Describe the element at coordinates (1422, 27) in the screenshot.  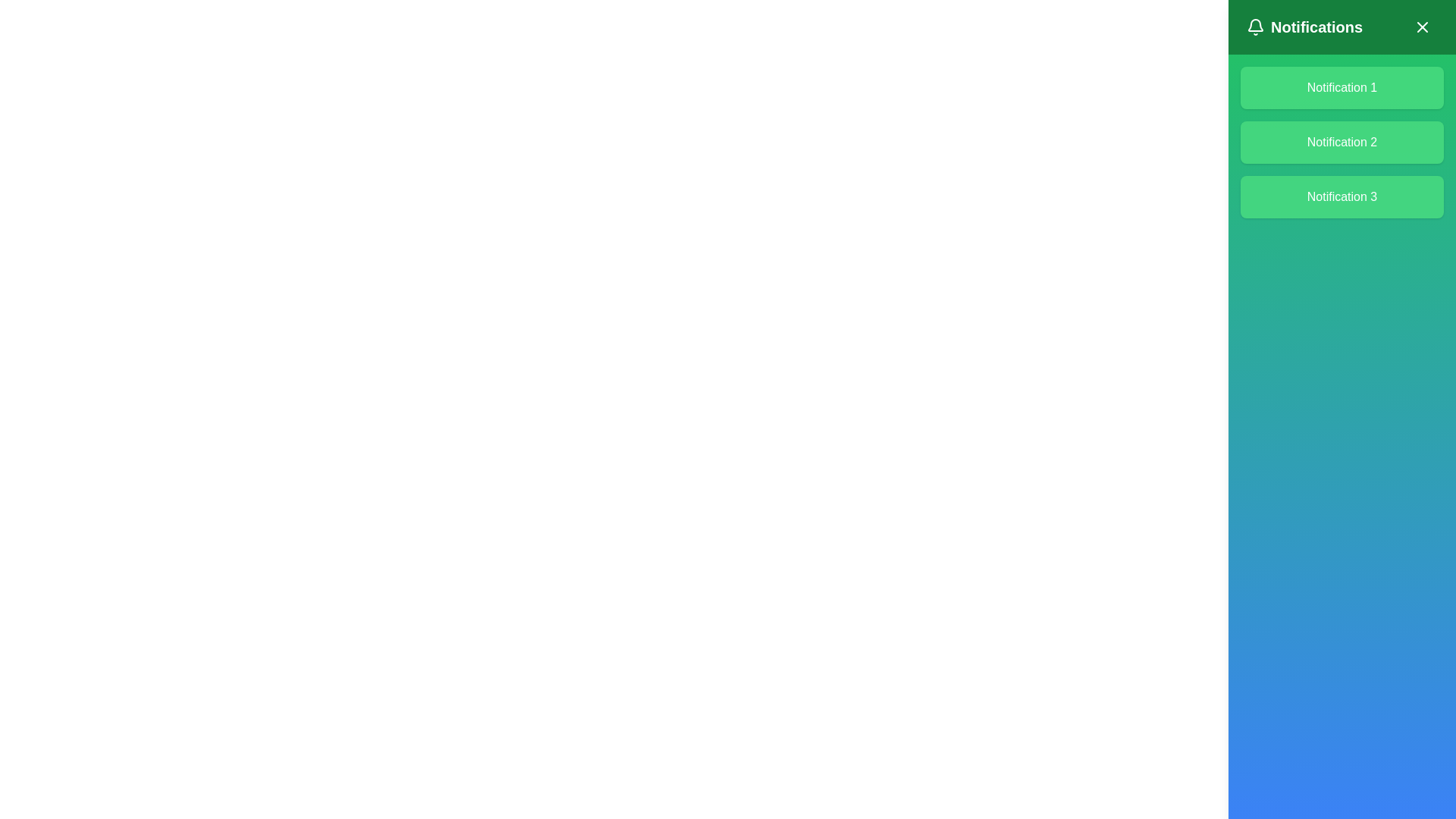
I see `the small close button represented by an 'X' icon, which is white on a green background, located in the top-right corner of the 'Notifications' header bar` at that location.